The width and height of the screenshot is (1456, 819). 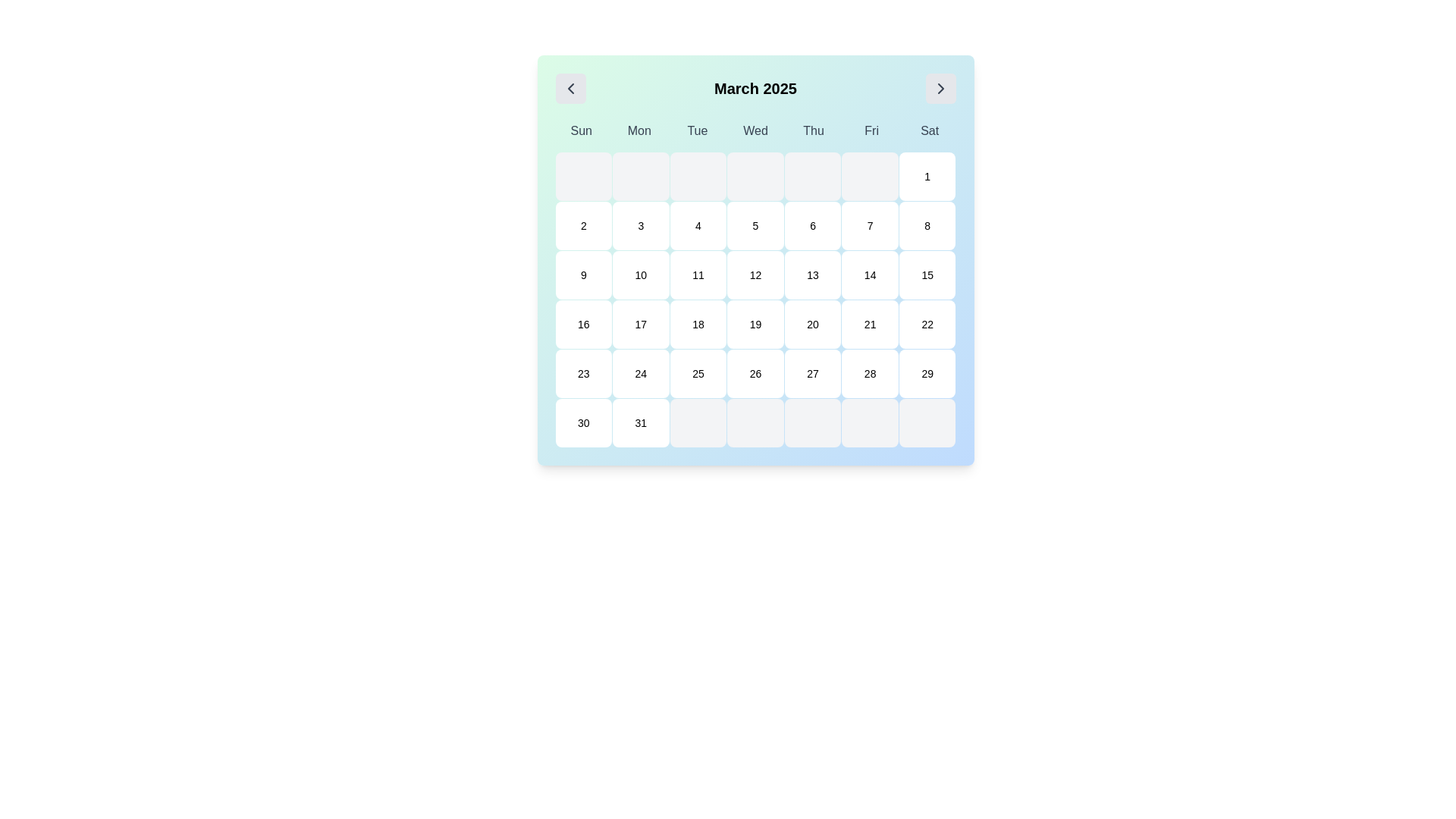 What do you see at coordinates (755, 275) in the screenshot?
I see `the Calendar Day Cell representing the 12th day of the month` at bounding box center [755, 275].